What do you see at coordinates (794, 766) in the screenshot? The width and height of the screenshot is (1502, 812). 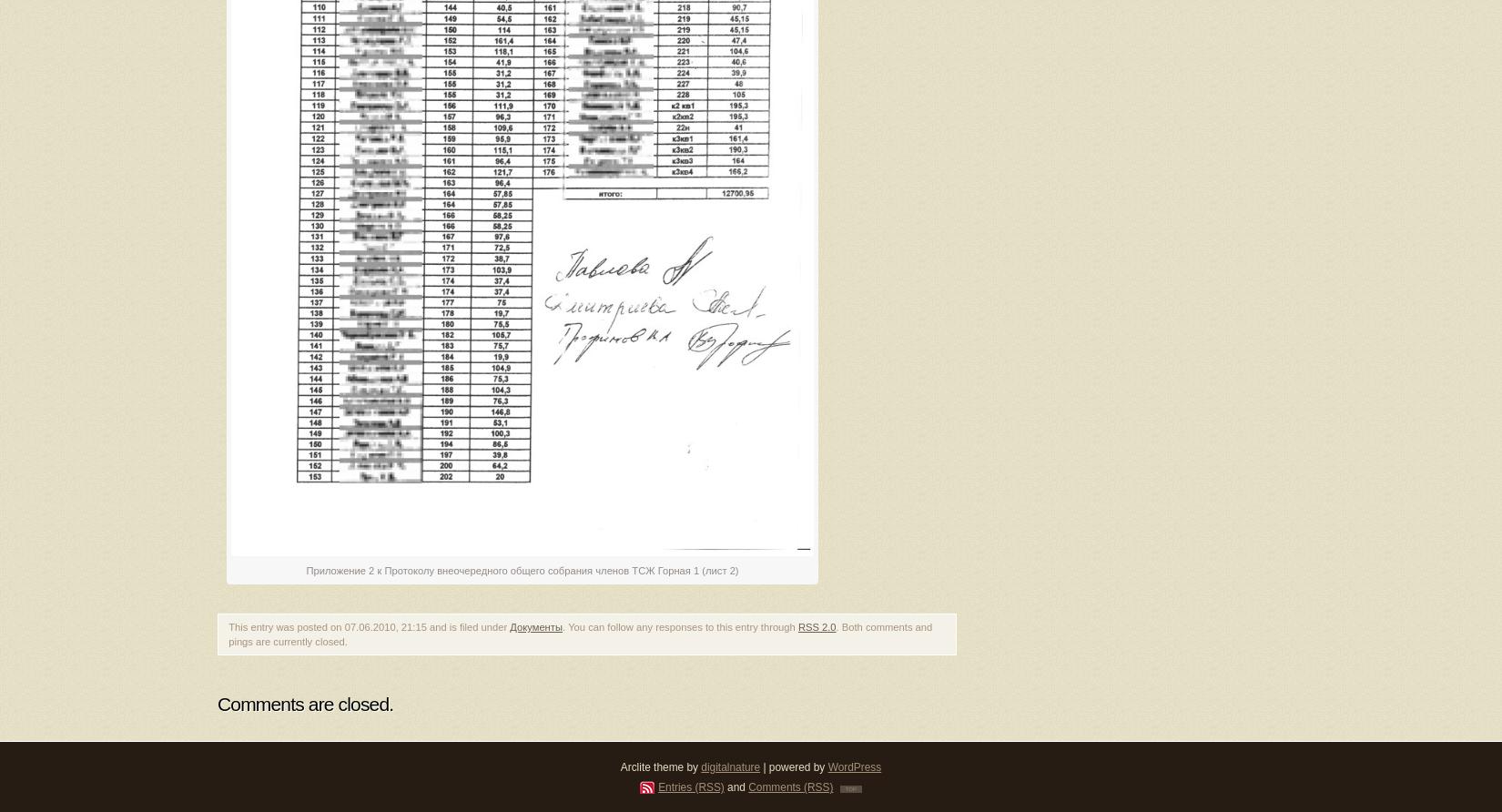 I see `'| powered by'` at bounding box center [794, 766].